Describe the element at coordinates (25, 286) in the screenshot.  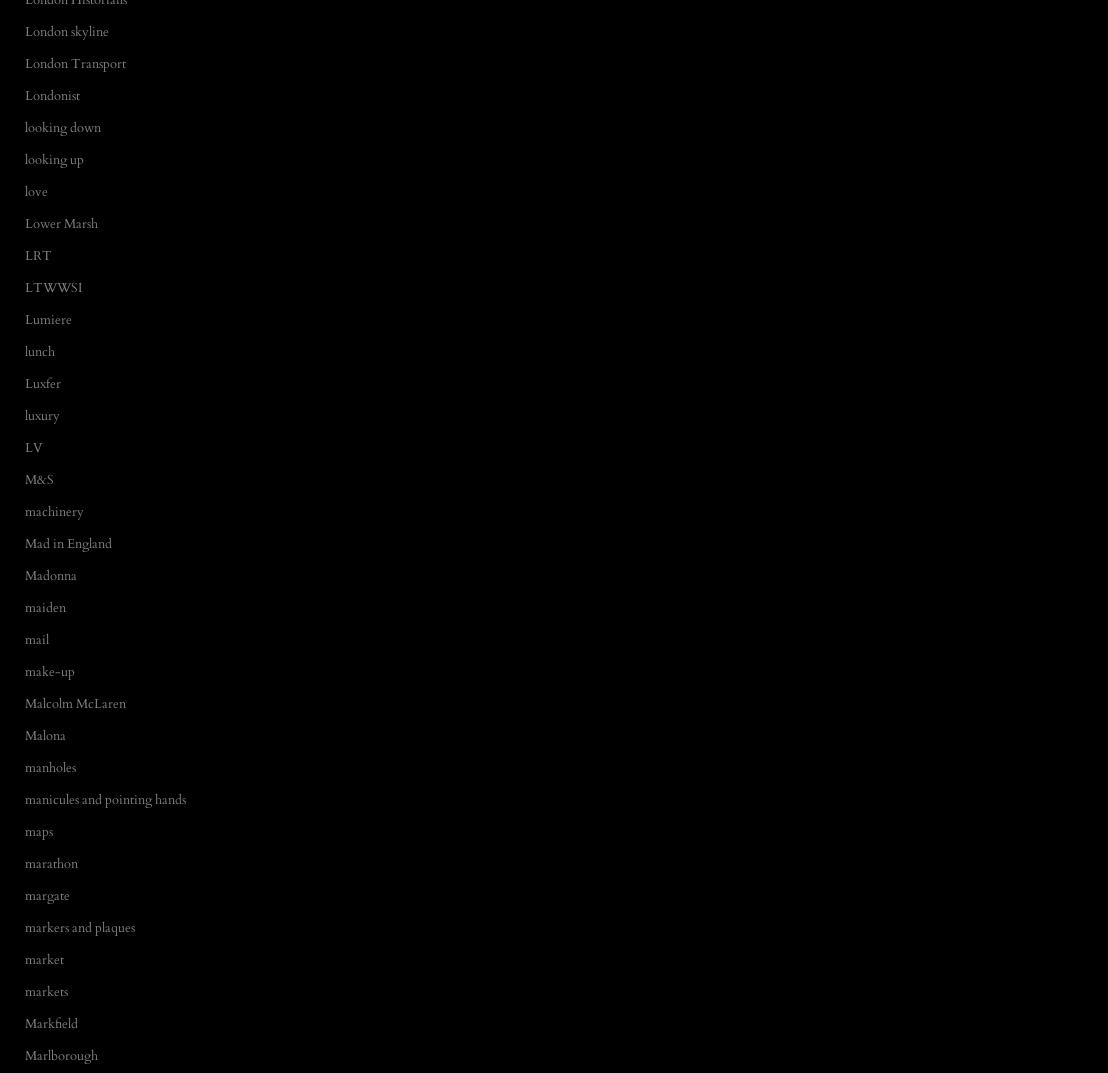
I see `'LTWWSI'` at that location.